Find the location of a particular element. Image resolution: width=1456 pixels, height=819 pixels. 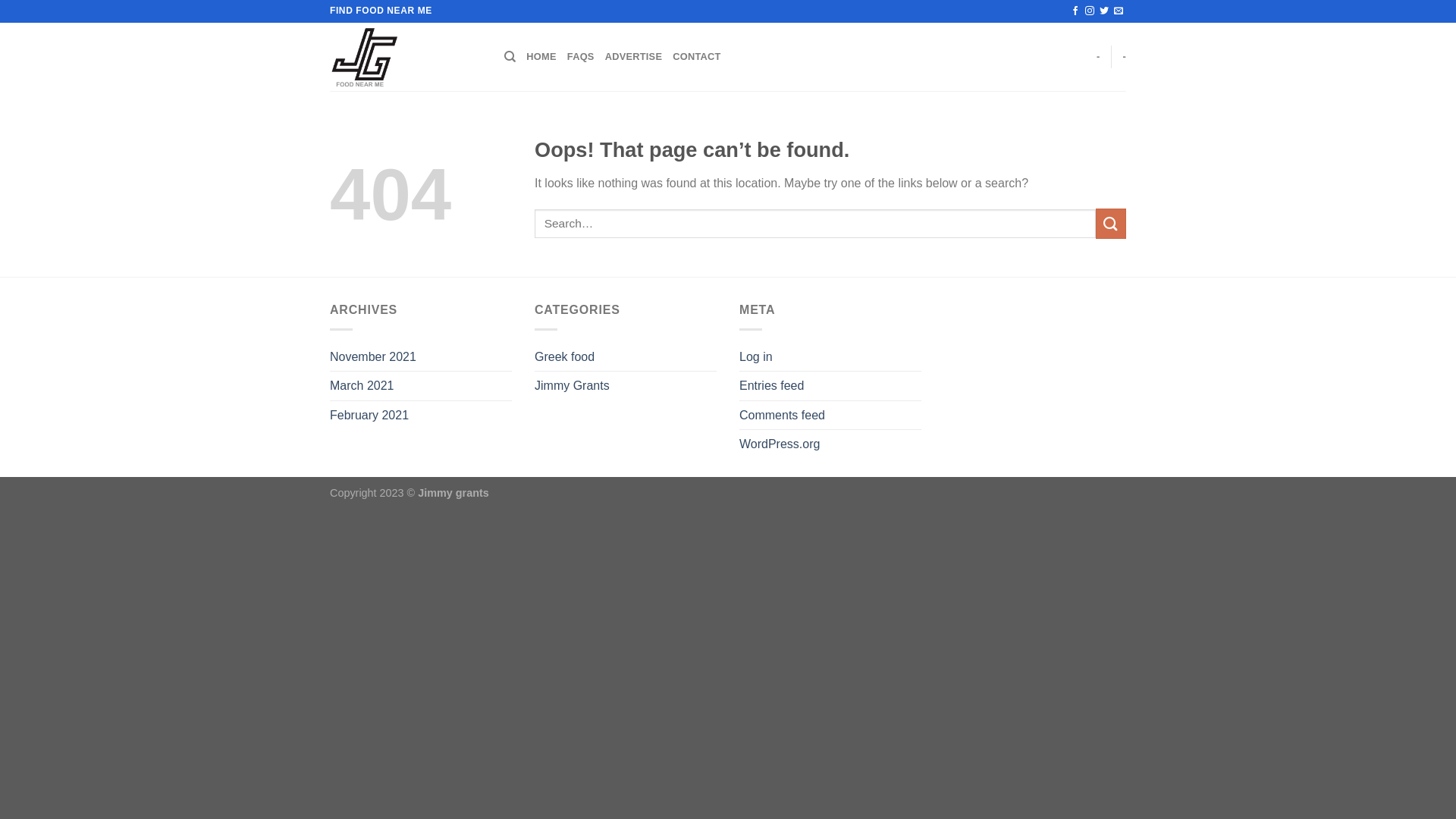

'CONTACT' is located at coordinates (695, 55).